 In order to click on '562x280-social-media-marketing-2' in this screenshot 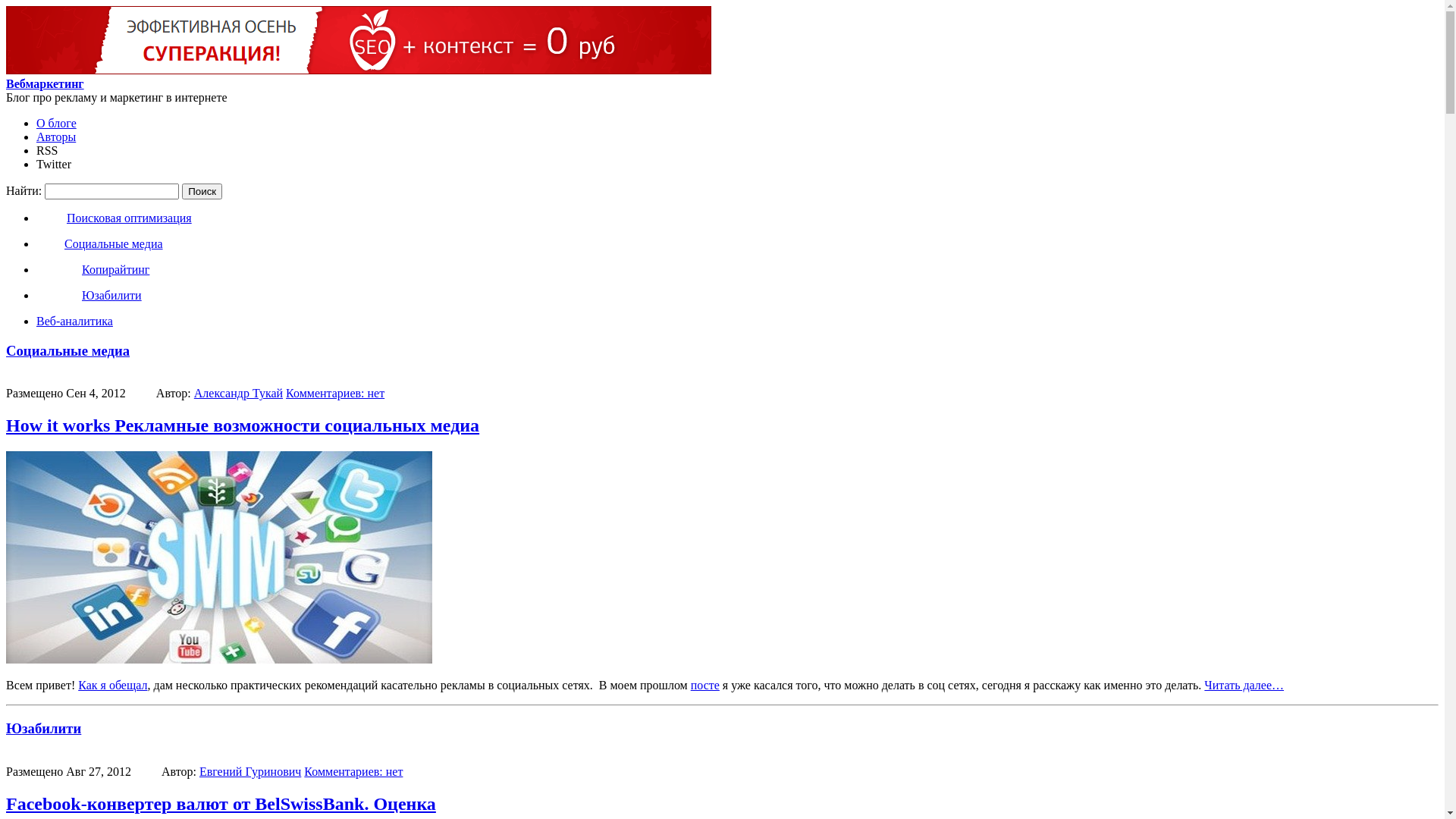, I will do `click(218, 557)`.